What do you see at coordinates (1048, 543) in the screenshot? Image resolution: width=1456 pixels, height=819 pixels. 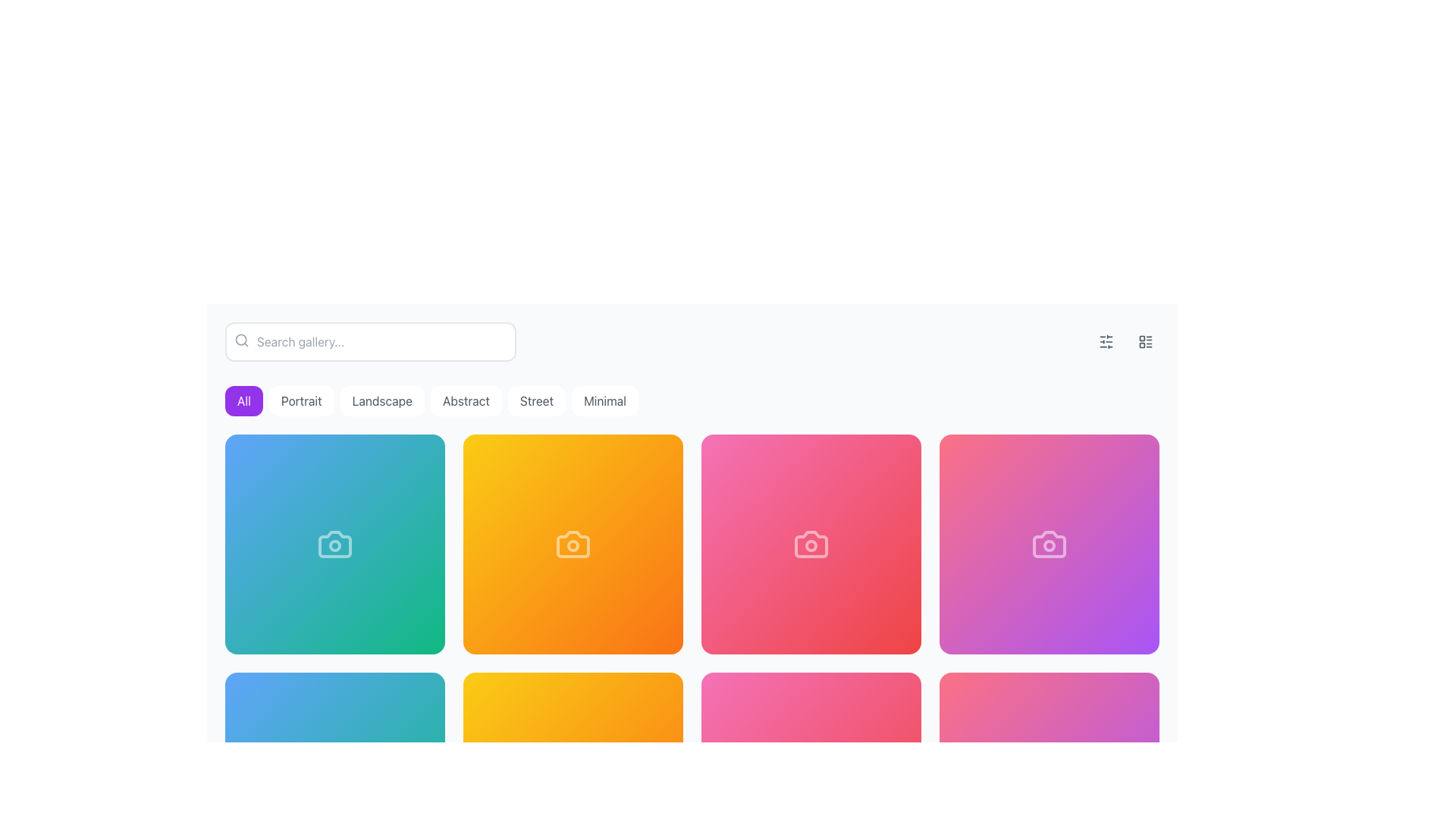 I see `the camera icon SVG element located at the center of the gradient pink-purple tile in the gallery interface` at bounding box center [1048, 543].